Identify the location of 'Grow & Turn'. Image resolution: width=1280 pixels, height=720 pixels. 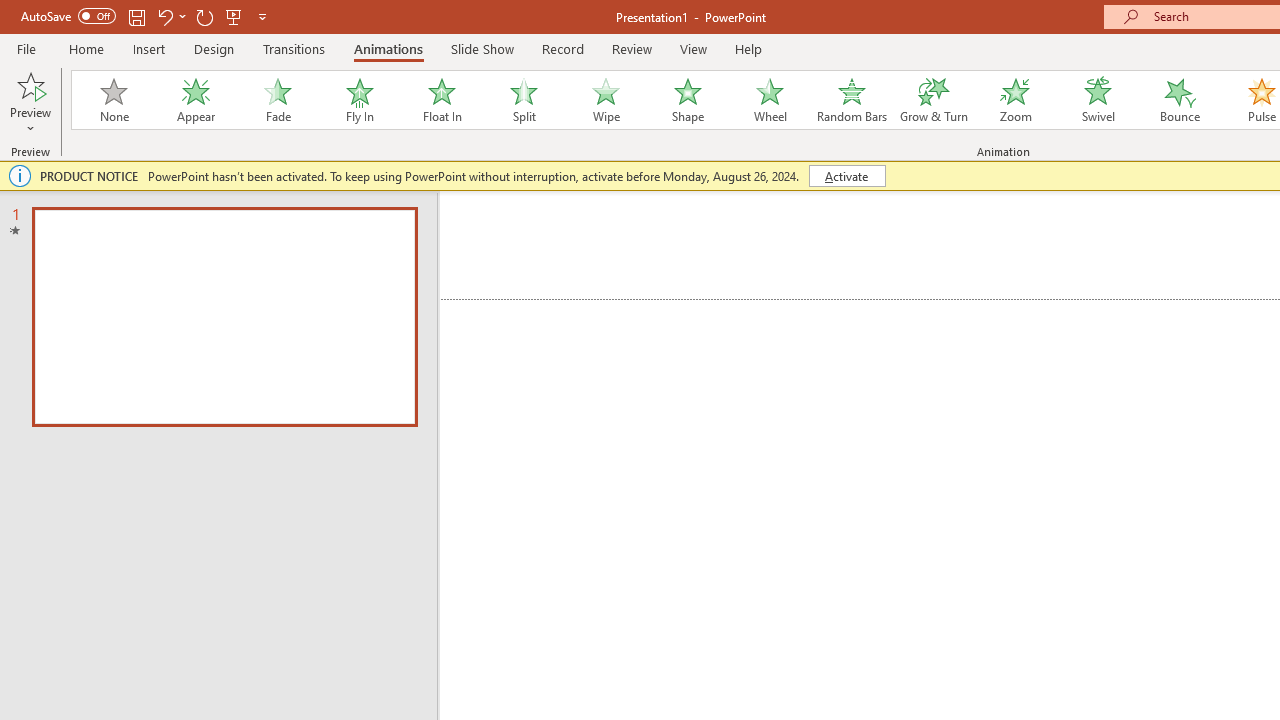
(933, 100).